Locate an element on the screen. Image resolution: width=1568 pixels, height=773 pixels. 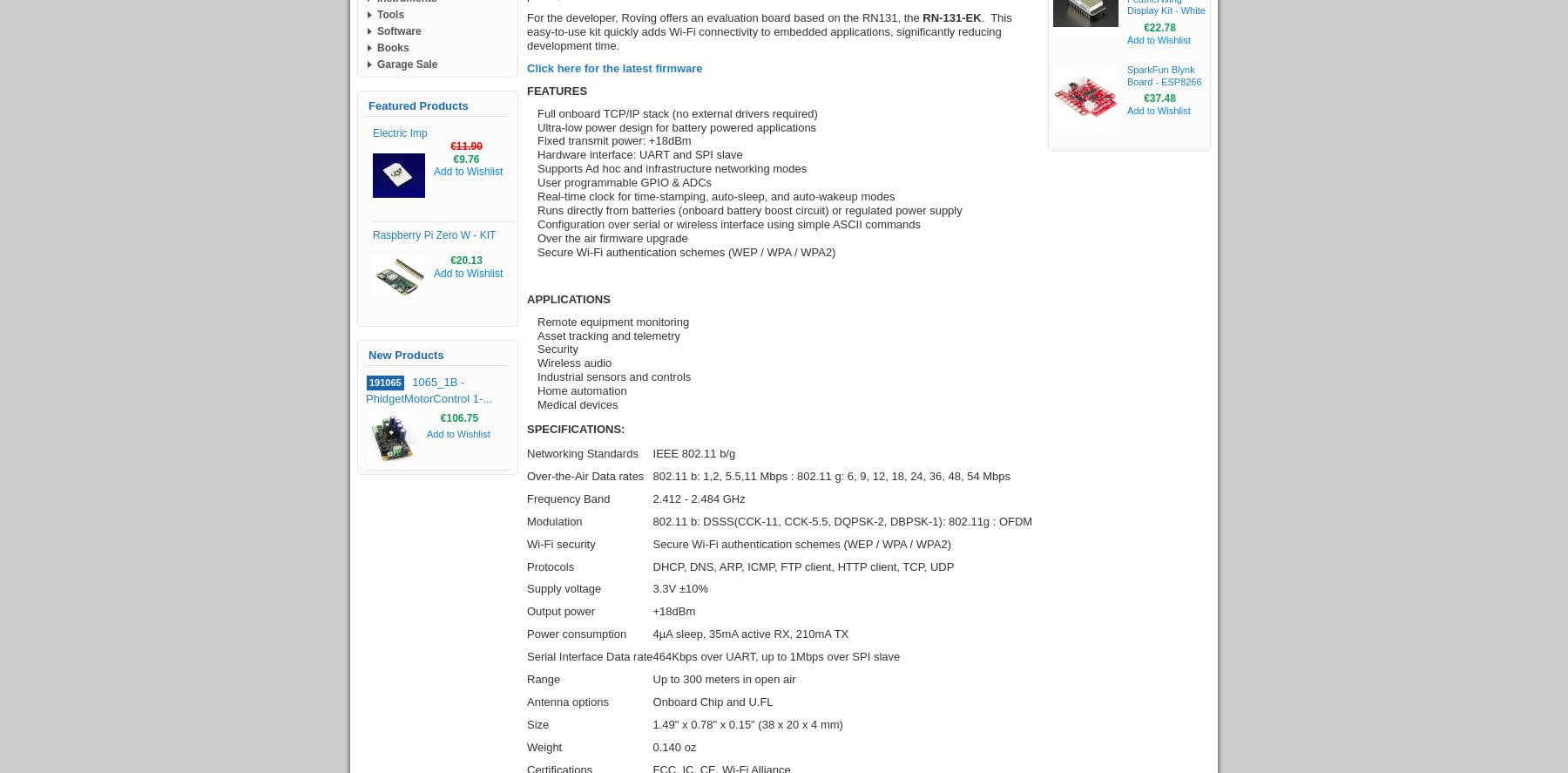
'Output power' is located at coordinates (561, 611).